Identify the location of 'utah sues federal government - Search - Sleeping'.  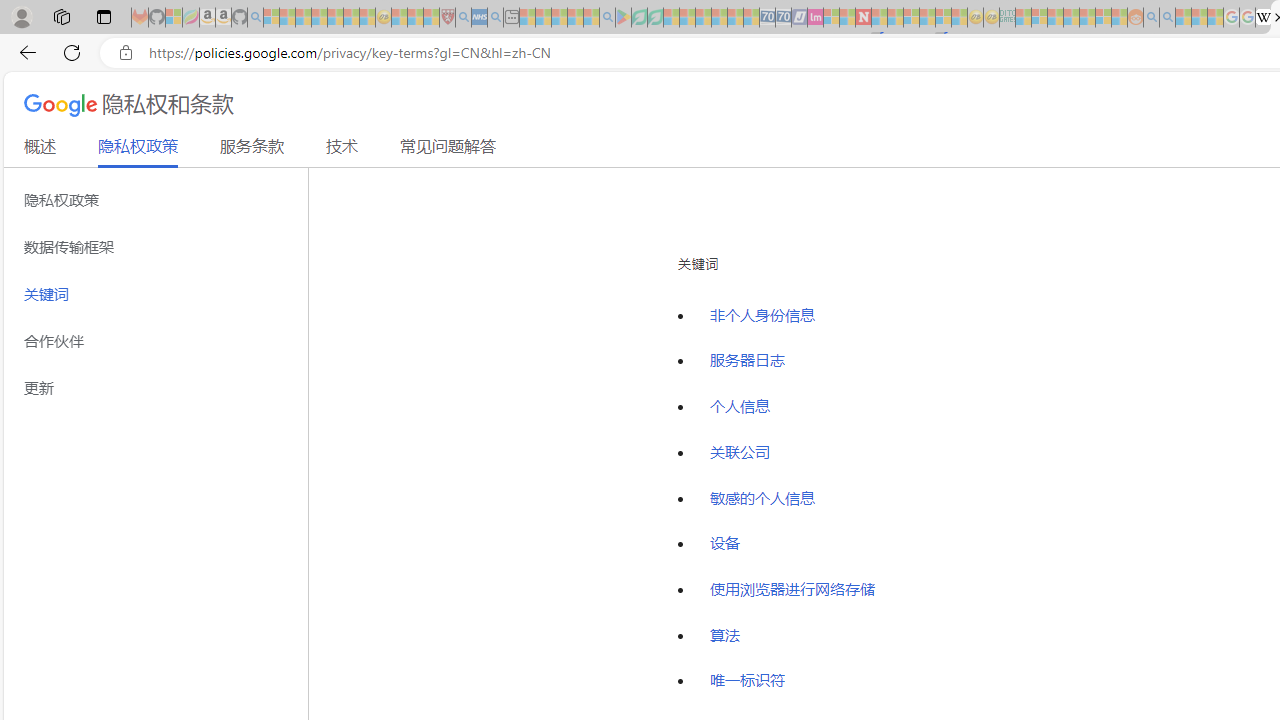
(495, 17).